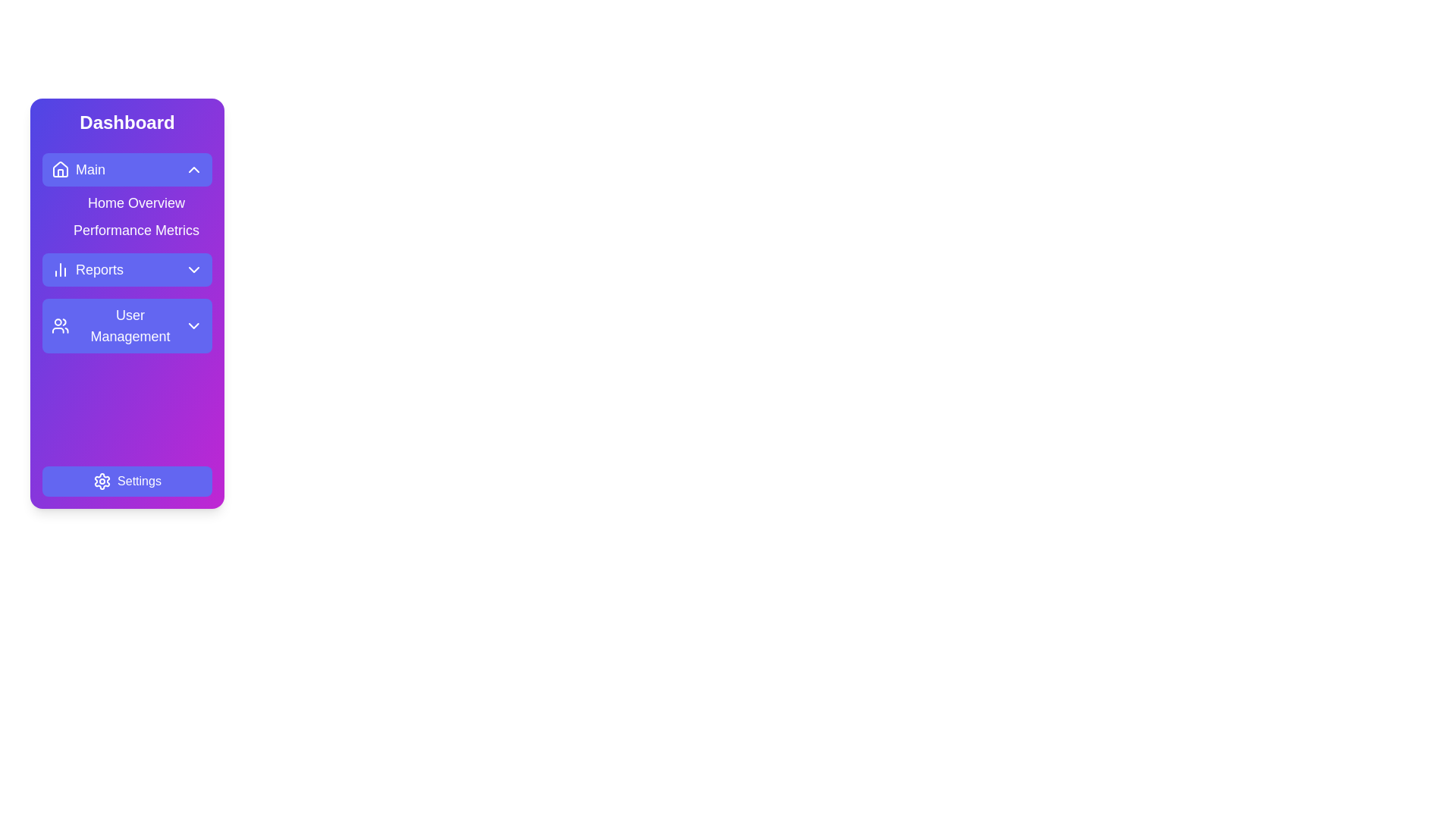 The height and width of the screenshot is (819, 1456). I want to click on the 'Reports' button located, so click(127, 268).